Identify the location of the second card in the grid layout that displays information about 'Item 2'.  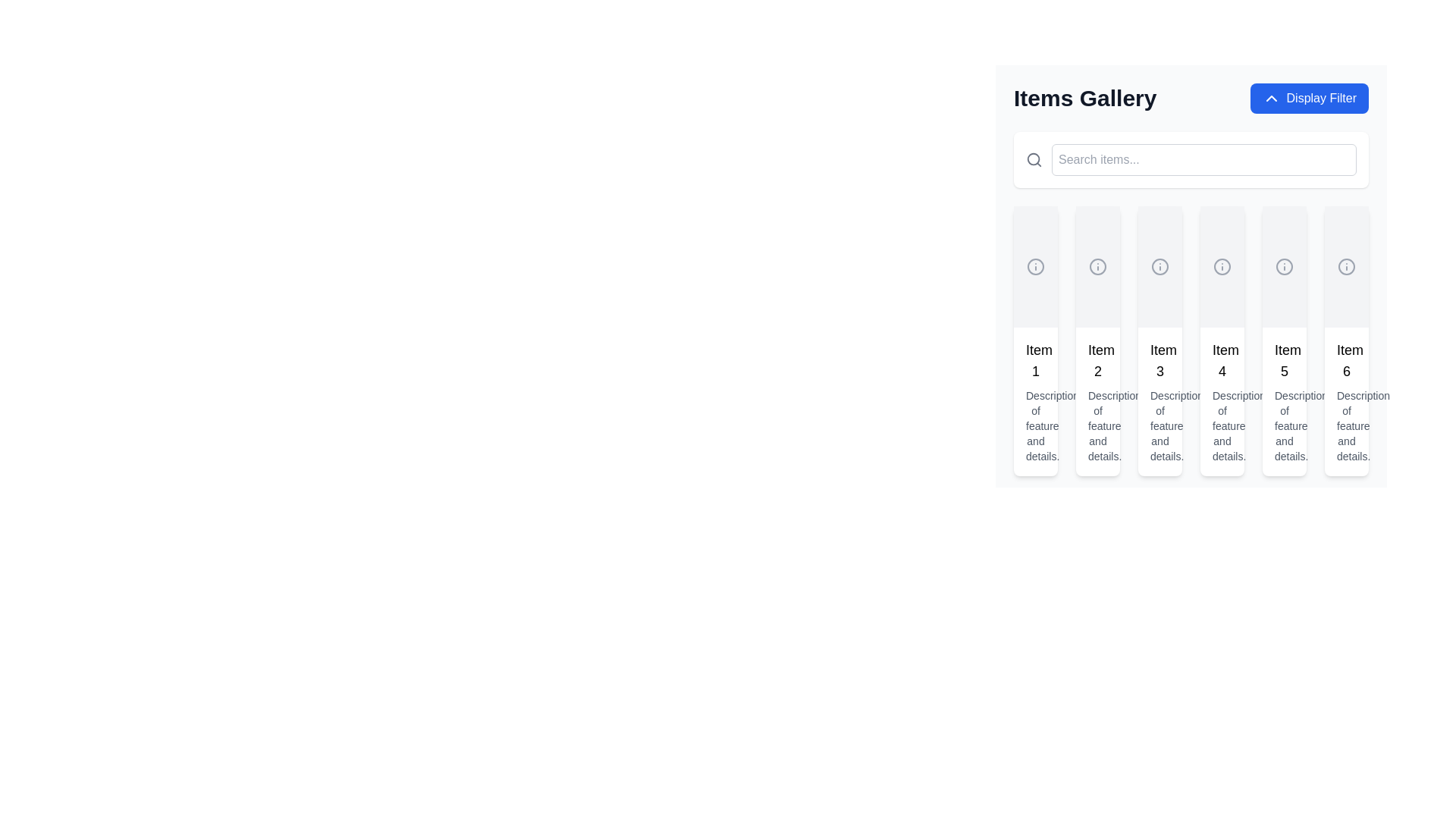
(1098, 341).